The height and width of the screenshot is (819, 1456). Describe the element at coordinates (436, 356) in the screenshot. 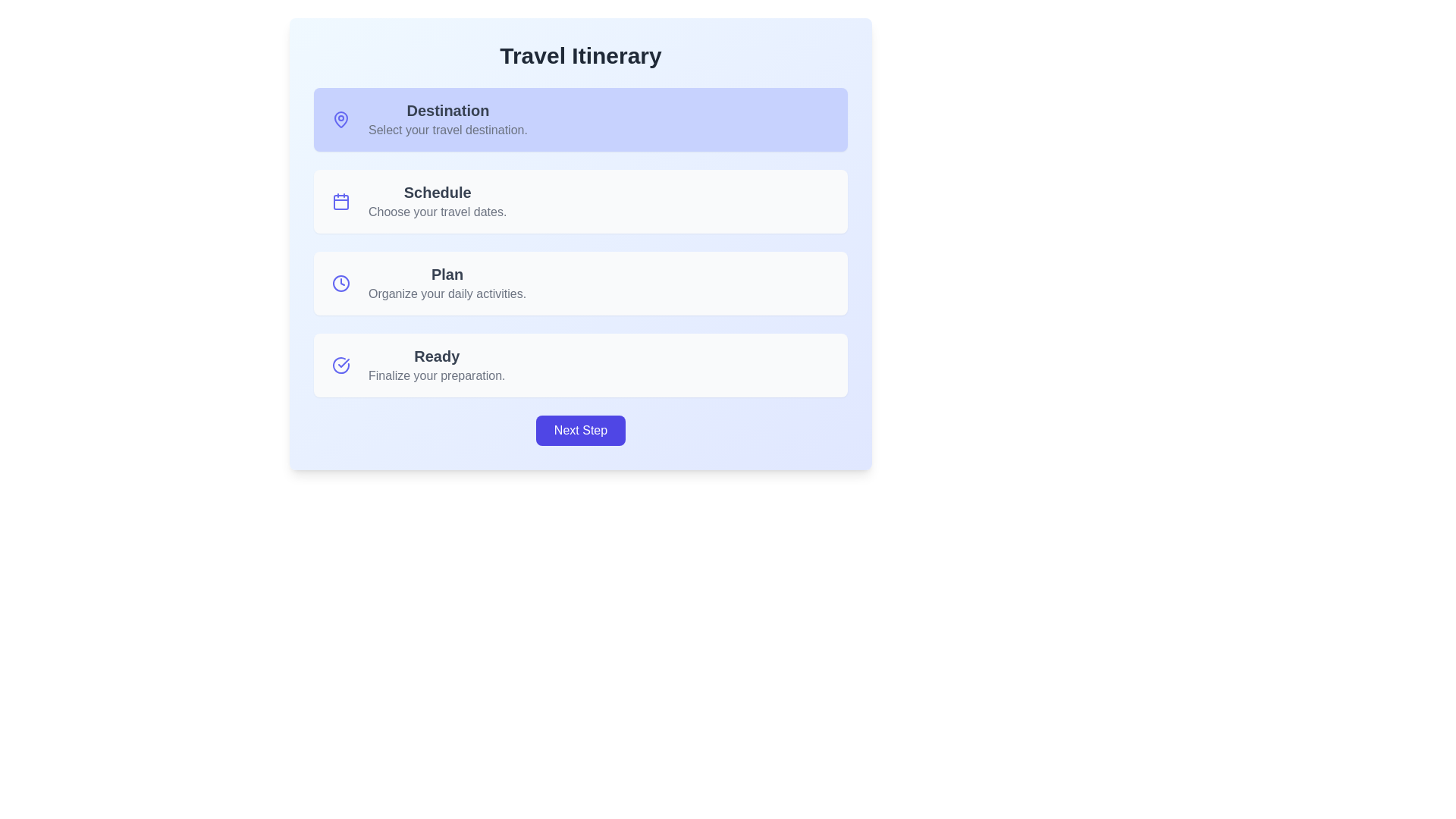

I see `the static text label 'Ready' which is styled in a bold typeface and prominently displayed as the main heading of the fourth step card in a multi-step process` at that location.